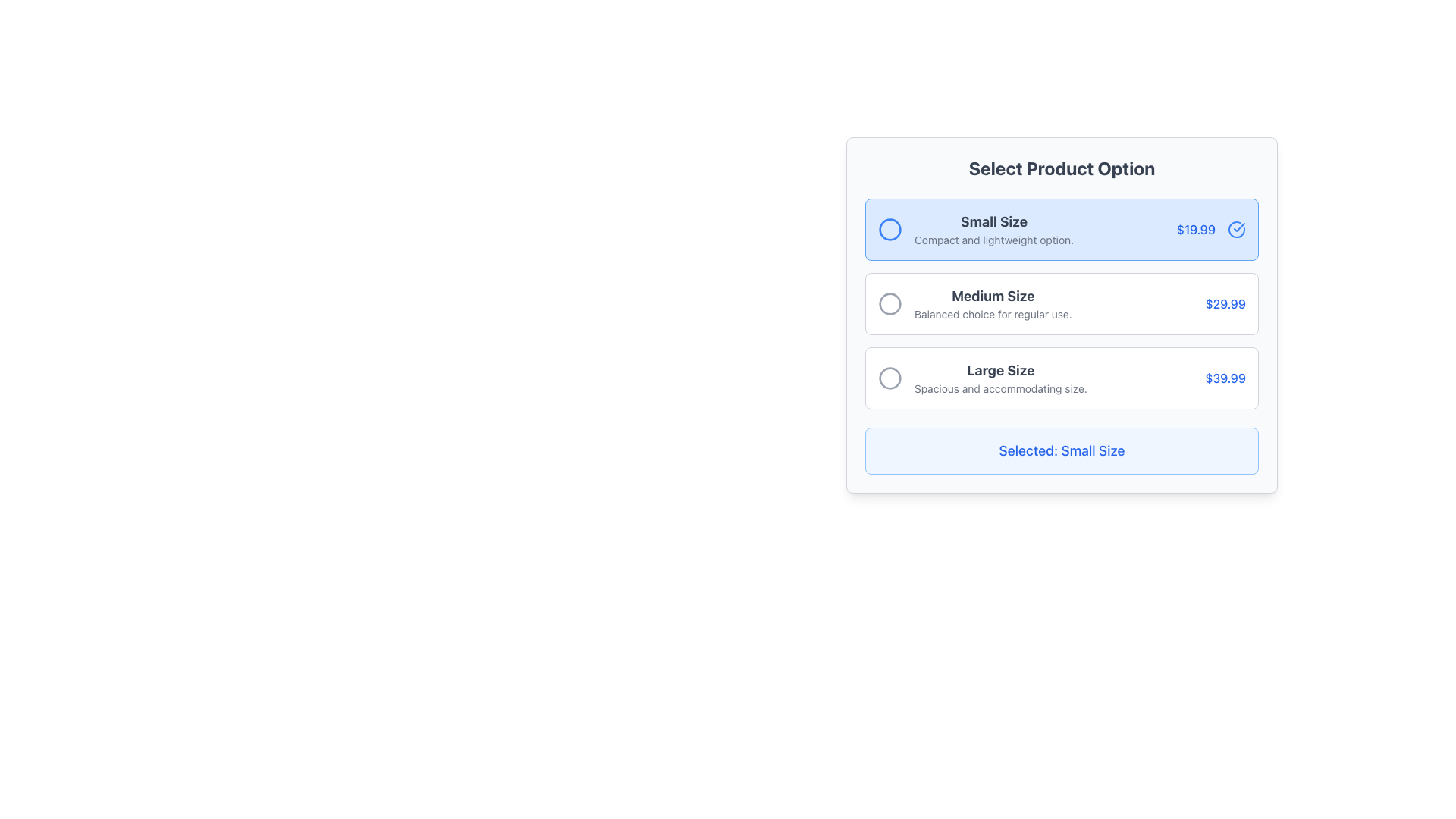  What do you see at coordinates (993, 304) in the screenshot?
I see `text label 'Medium Size' which is the second option in a list of product options, providing details about the selection` at bounding box center [993, 304].